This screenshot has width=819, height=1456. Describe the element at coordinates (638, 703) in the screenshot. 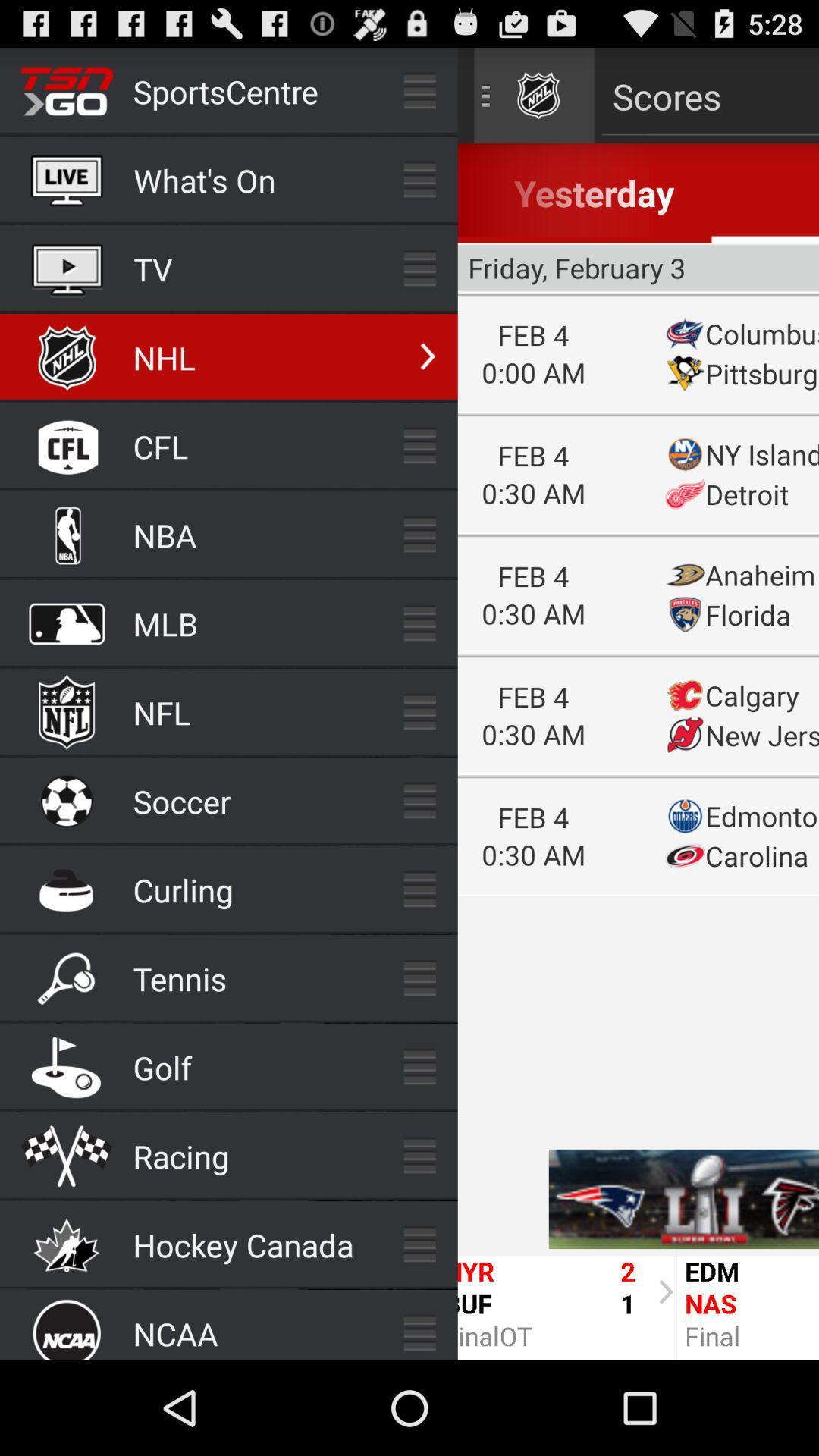

I see `return to main screen` at that location.